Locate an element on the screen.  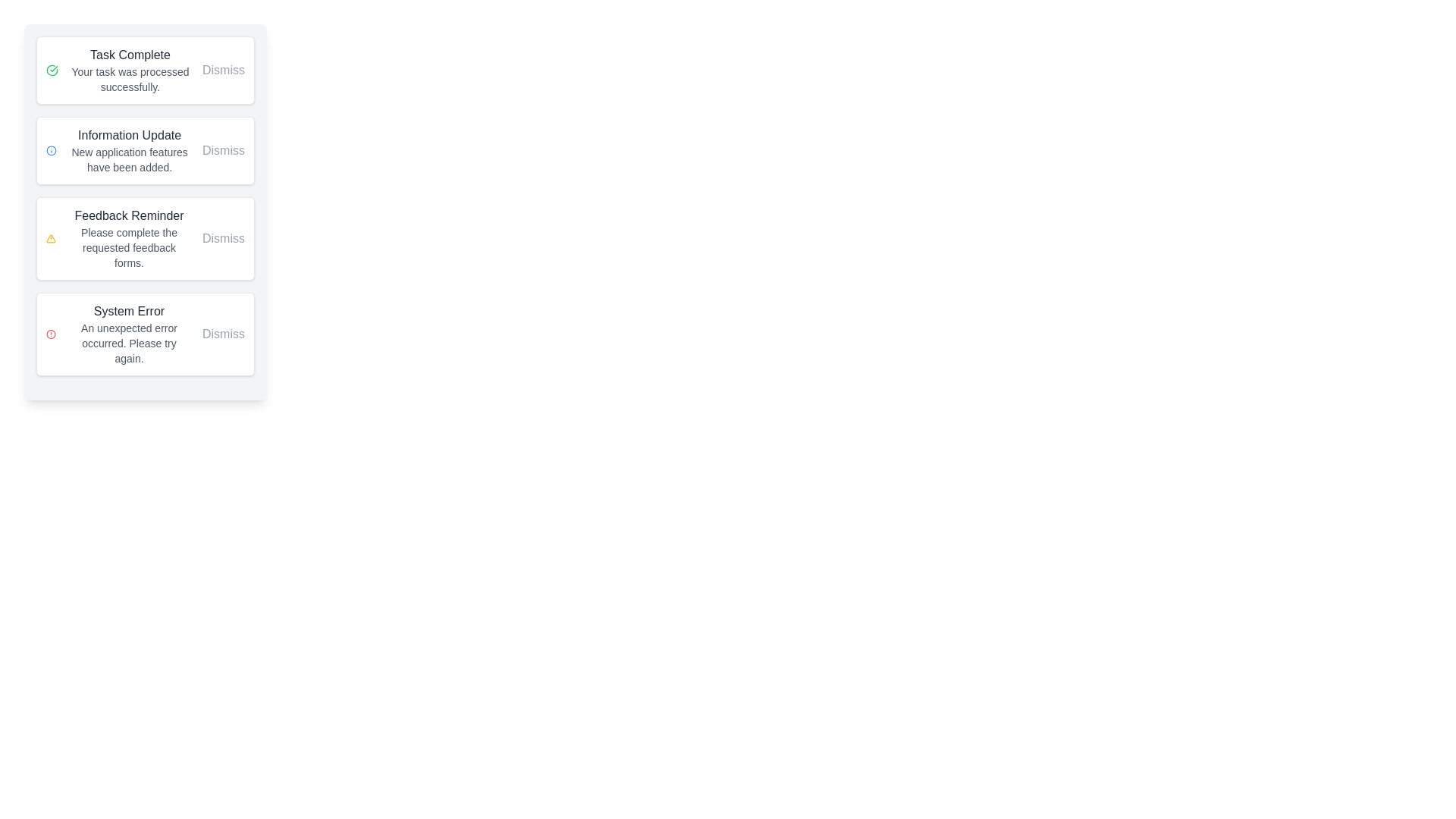
the SVG Arc icon that visually indicates the 'Task Complete' status, located in the top-left section of the list item labeled 'Task Complete' is located at coordinates (52, 70).